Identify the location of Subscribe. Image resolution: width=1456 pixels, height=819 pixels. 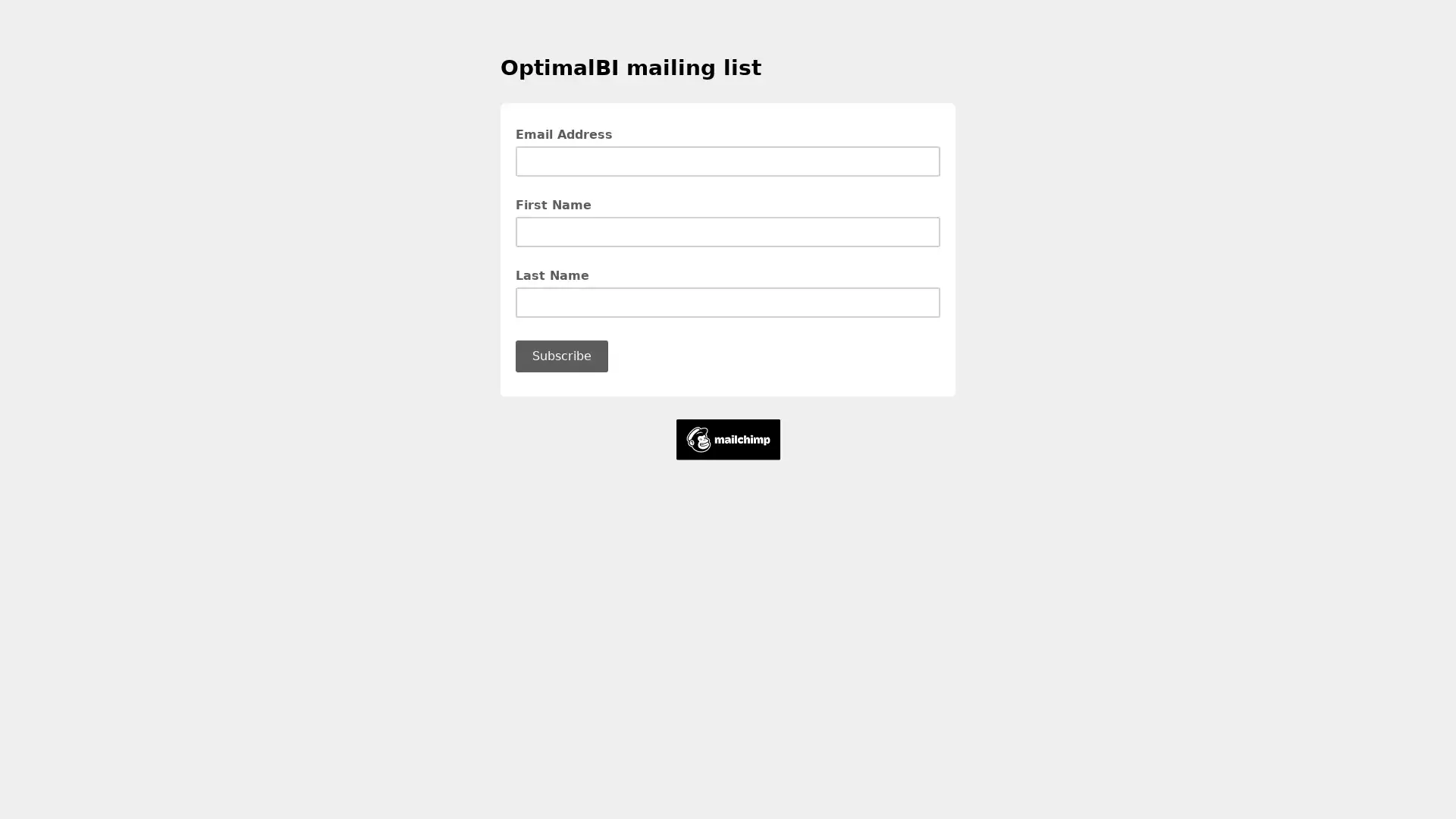
(560, 356).